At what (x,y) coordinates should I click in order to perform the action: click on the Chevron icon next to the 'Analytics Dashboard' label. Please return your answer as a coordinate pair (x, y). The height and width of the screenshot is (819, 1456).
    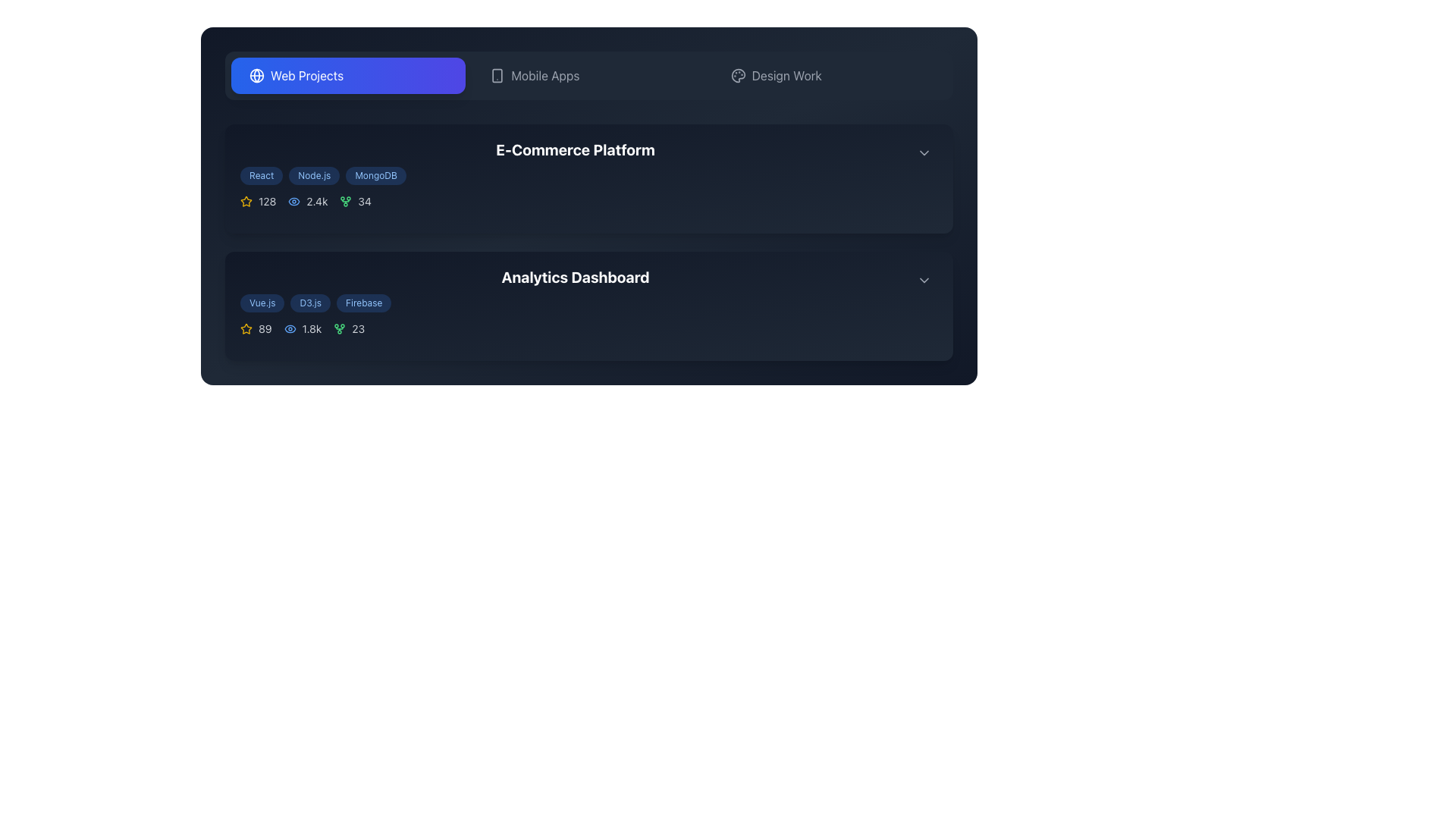
    Looking at the image, I should click on (924, 281).